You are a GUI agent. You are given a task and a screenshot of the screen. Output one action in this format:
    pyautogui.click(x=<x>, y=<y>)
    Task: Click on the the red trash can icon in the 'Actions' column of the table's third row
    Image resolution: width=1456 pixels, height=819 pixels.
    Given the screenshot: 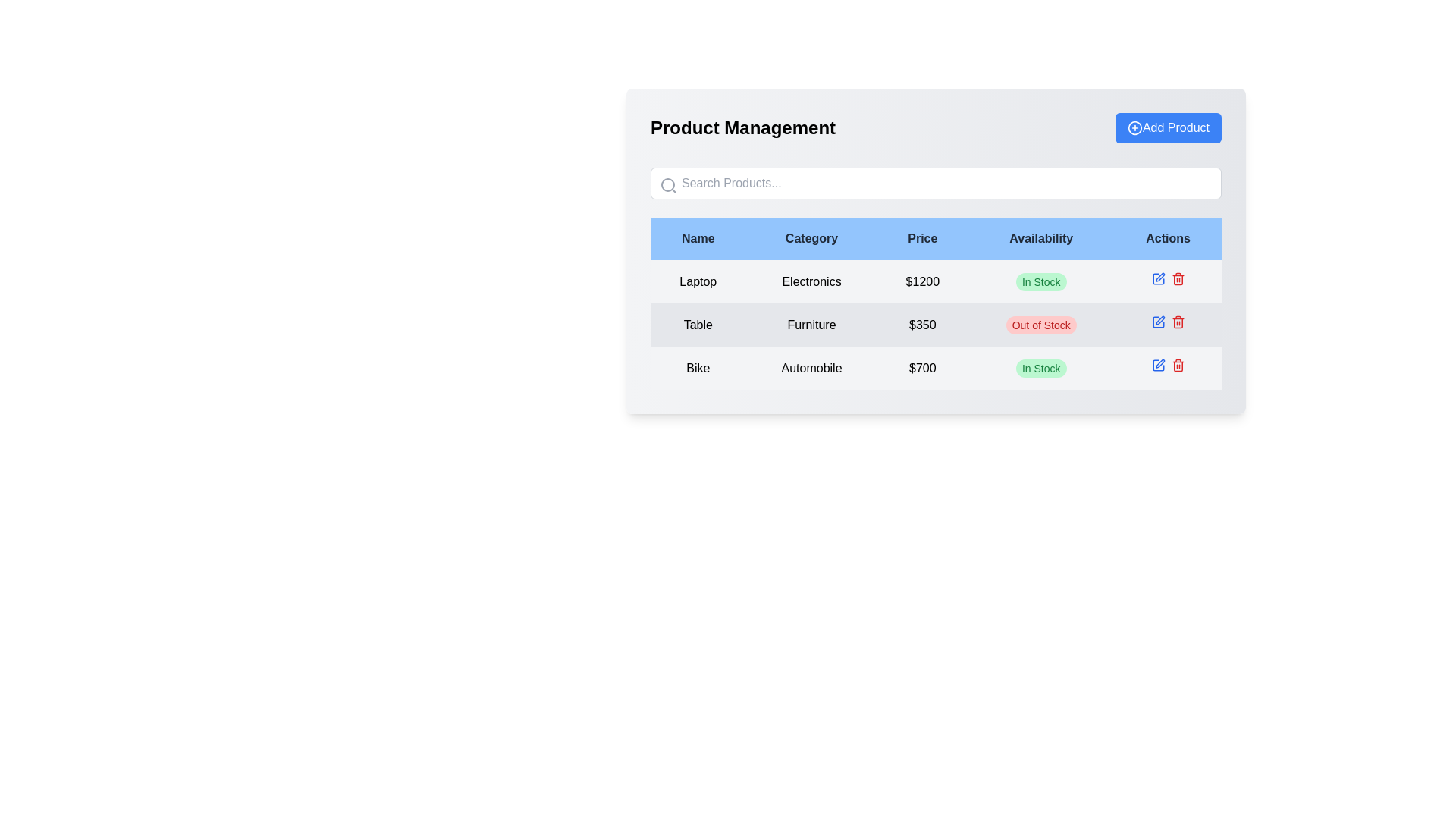 What is the action you would take?
    pyautogui.click(x=1177, y=366)
    